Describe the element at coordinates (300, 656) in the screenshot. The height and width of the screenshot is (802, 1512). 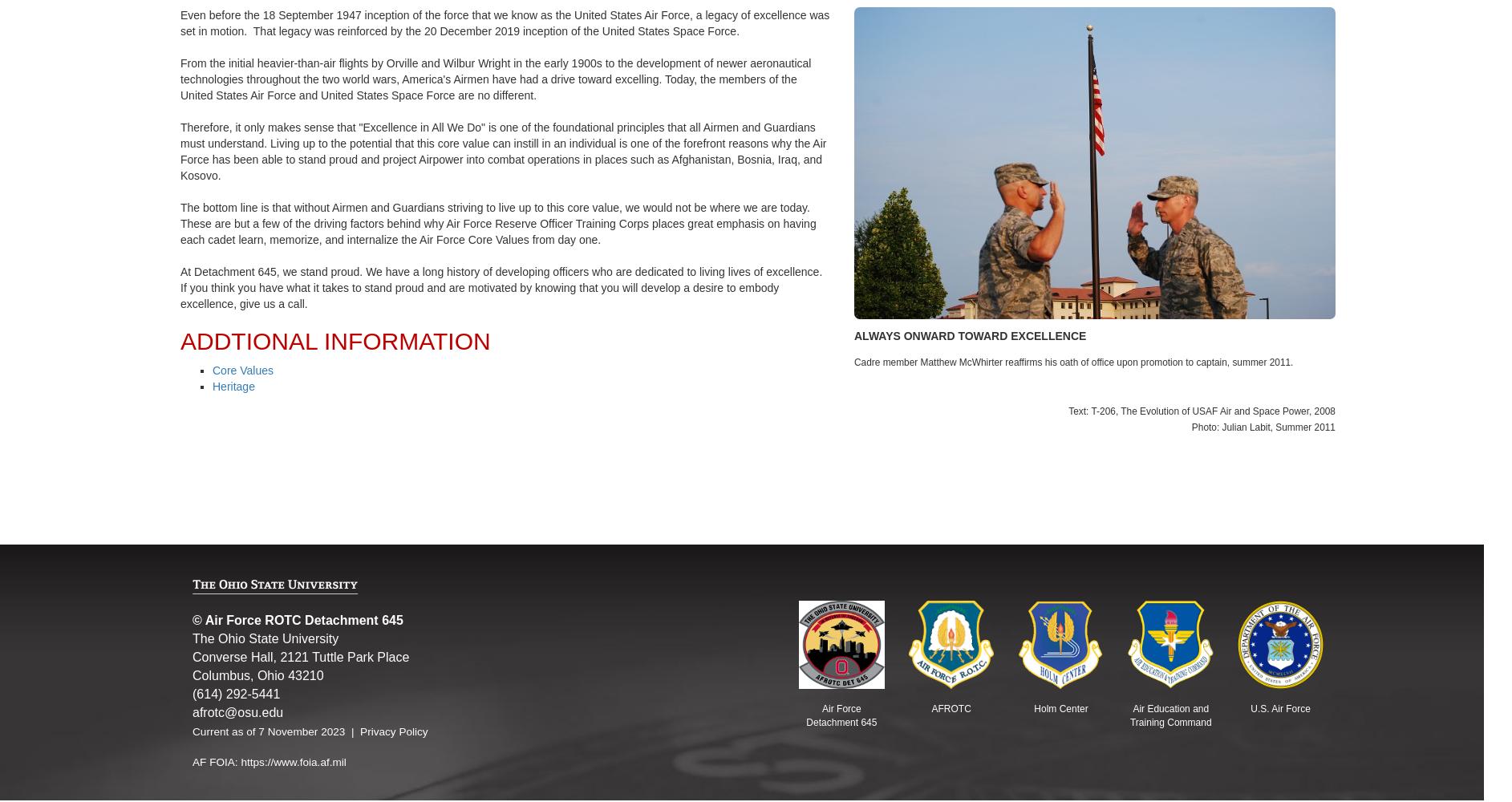
I see `'Converse Hall, 2121 Tuttle Park Place'` at that location.